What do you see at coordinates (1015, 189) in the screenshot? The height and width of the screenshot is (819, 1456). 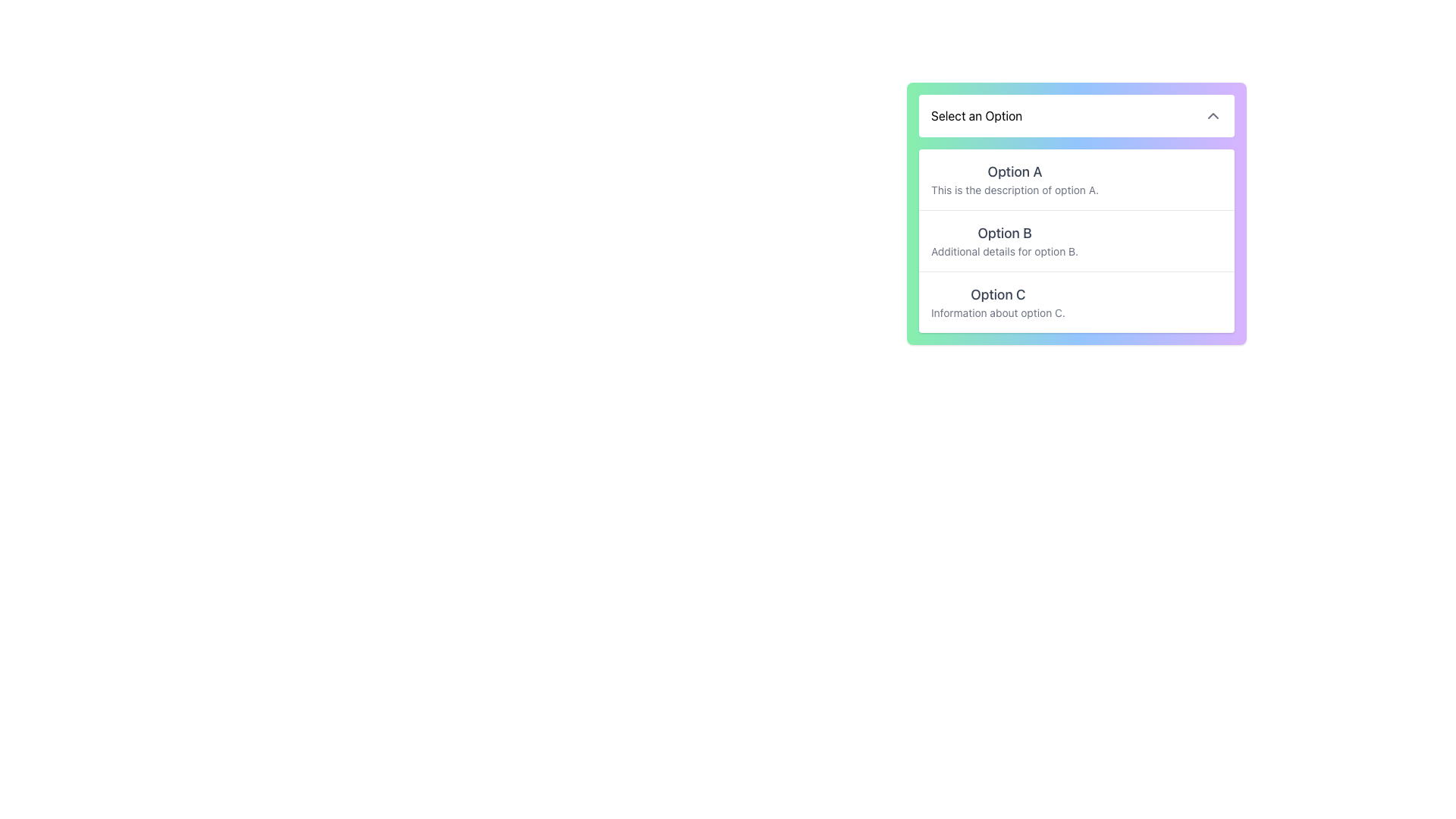 I see `the small gray text label that reads 'This is the description of option A.' located beneath the text 'Option A' in the option selection dropdown menu` at bounding box center [1015, 189].